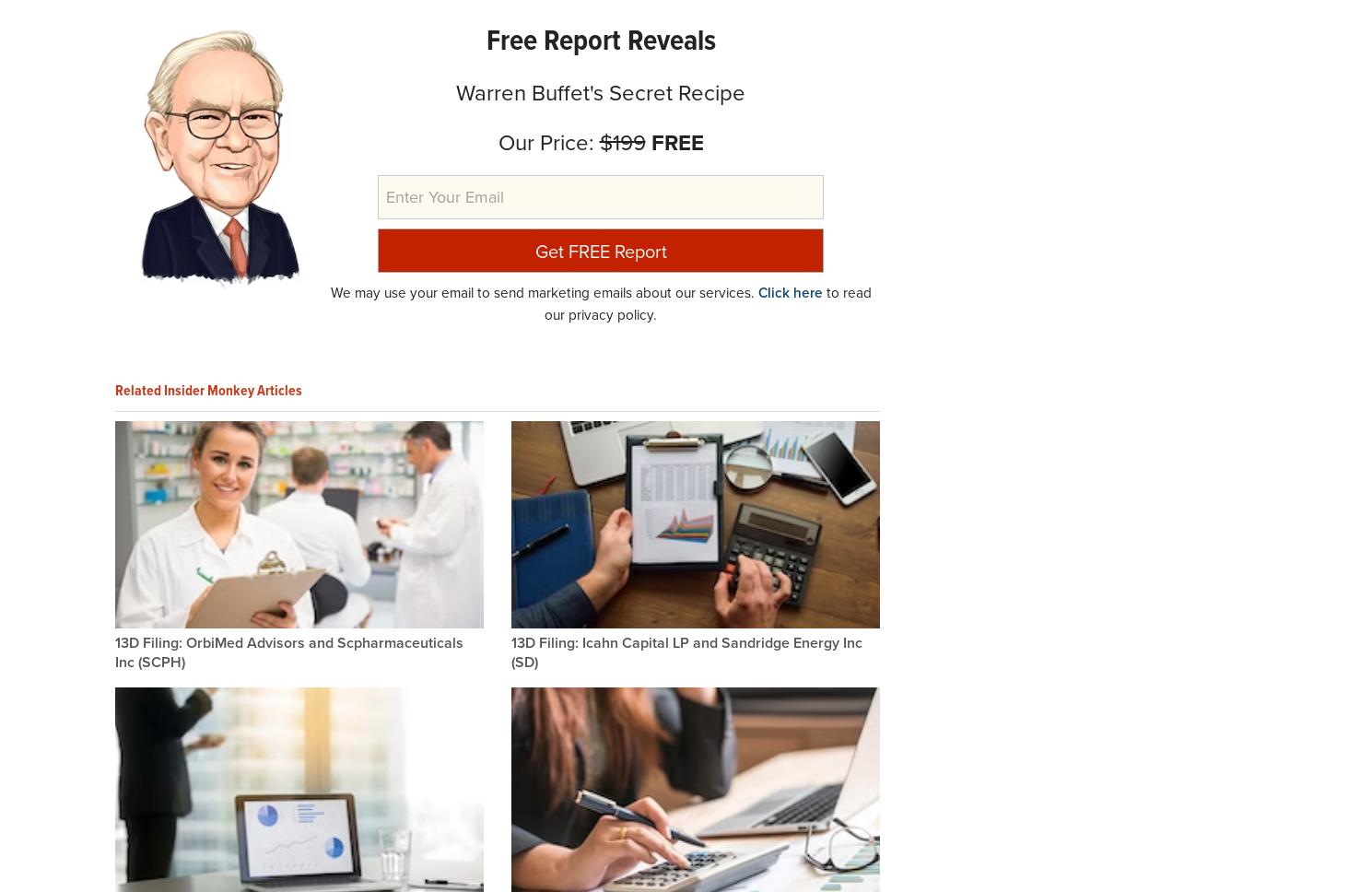 The height and width of the screenshot is (892, 1372). I want to click on 'We may use your email to send marketing emails about our services.', so click(543, 291).